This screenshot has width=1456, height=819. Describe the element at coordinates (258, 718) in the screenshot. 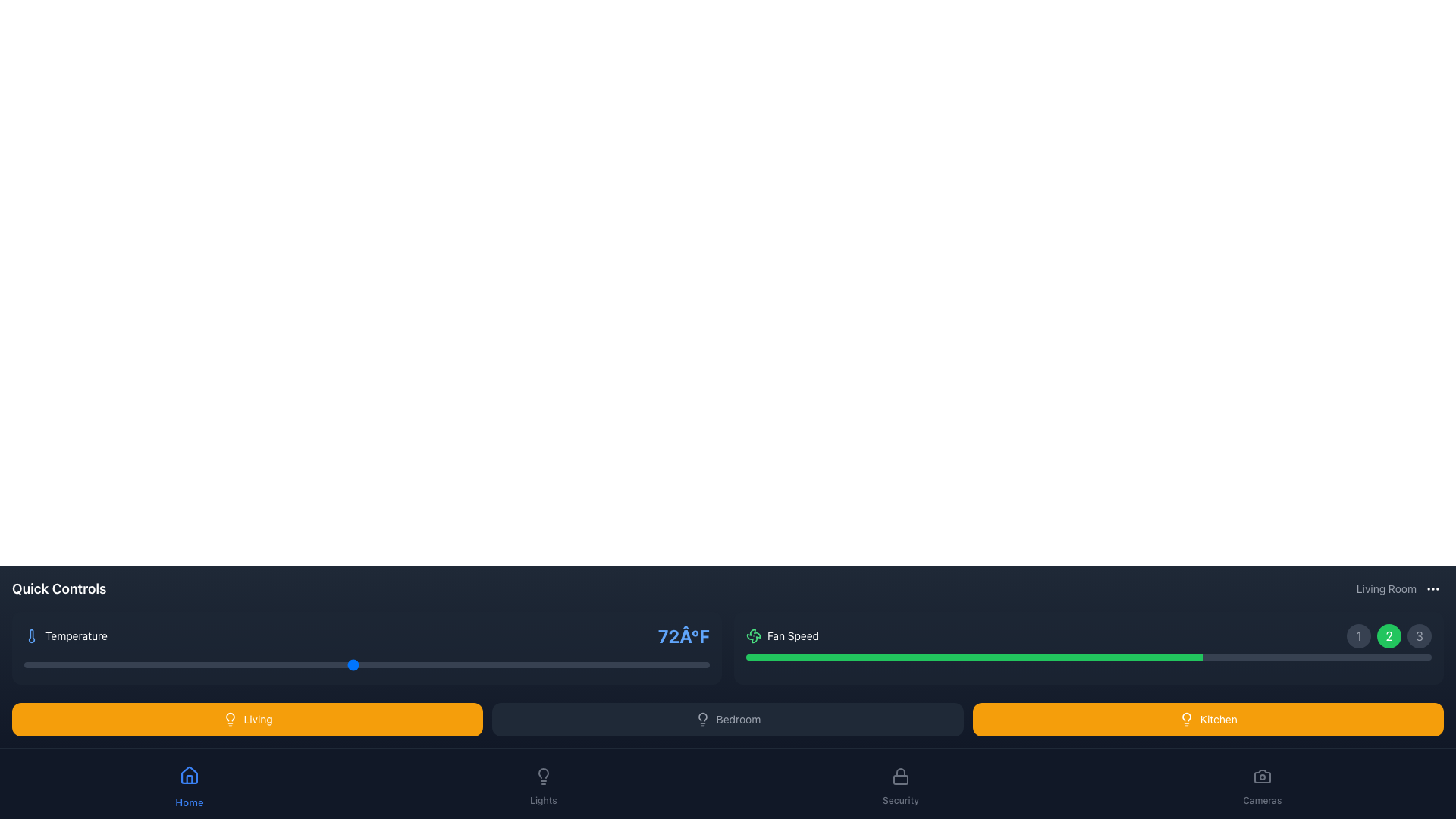

I see `the orange rectangular button featuring a light bulb icon` at that location.